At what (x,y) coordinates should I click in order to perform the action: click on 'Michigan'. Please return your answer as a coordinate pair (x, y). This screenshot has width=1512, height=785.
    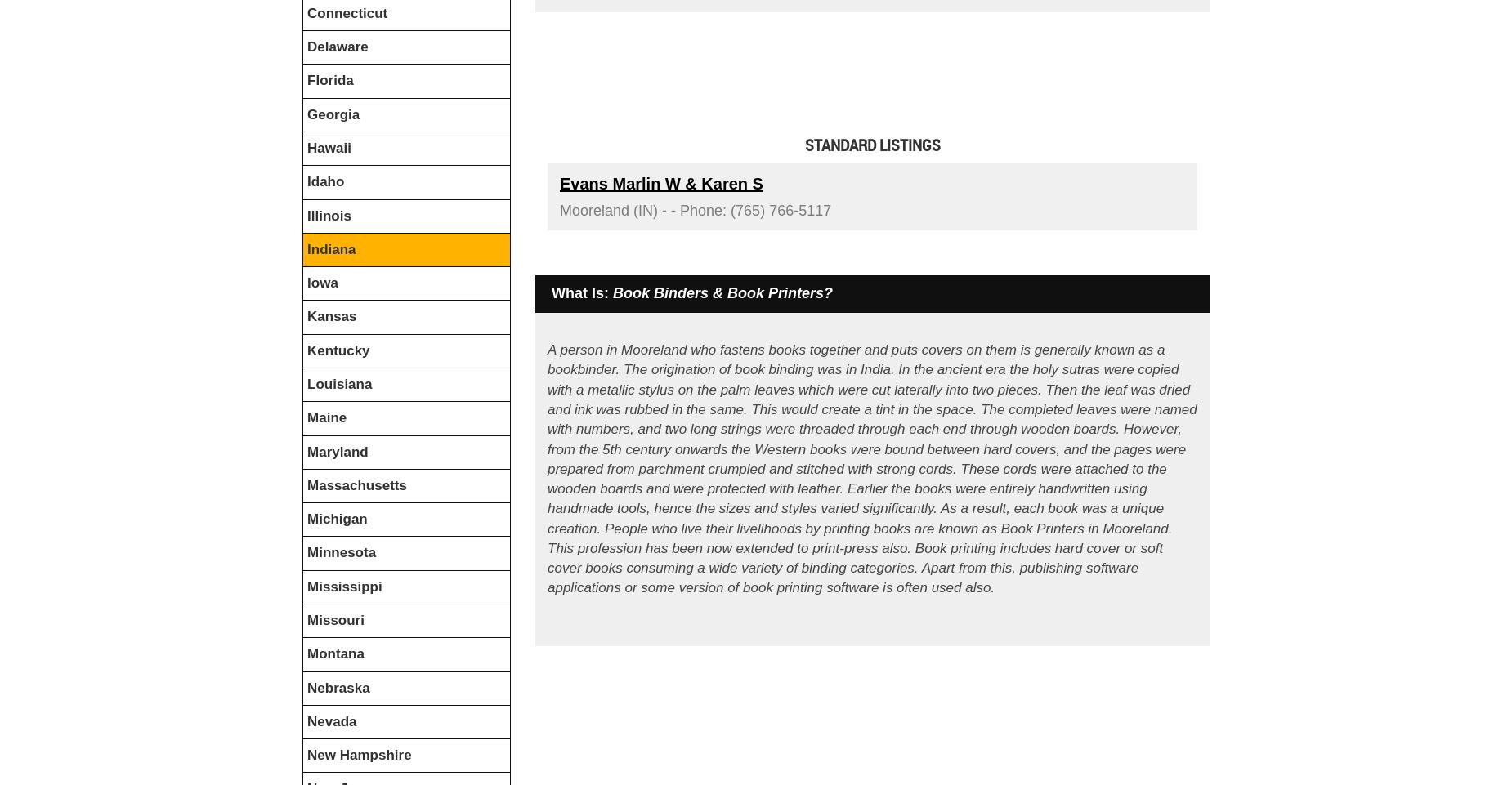
    Looking at the image, I should click on (336, 519).